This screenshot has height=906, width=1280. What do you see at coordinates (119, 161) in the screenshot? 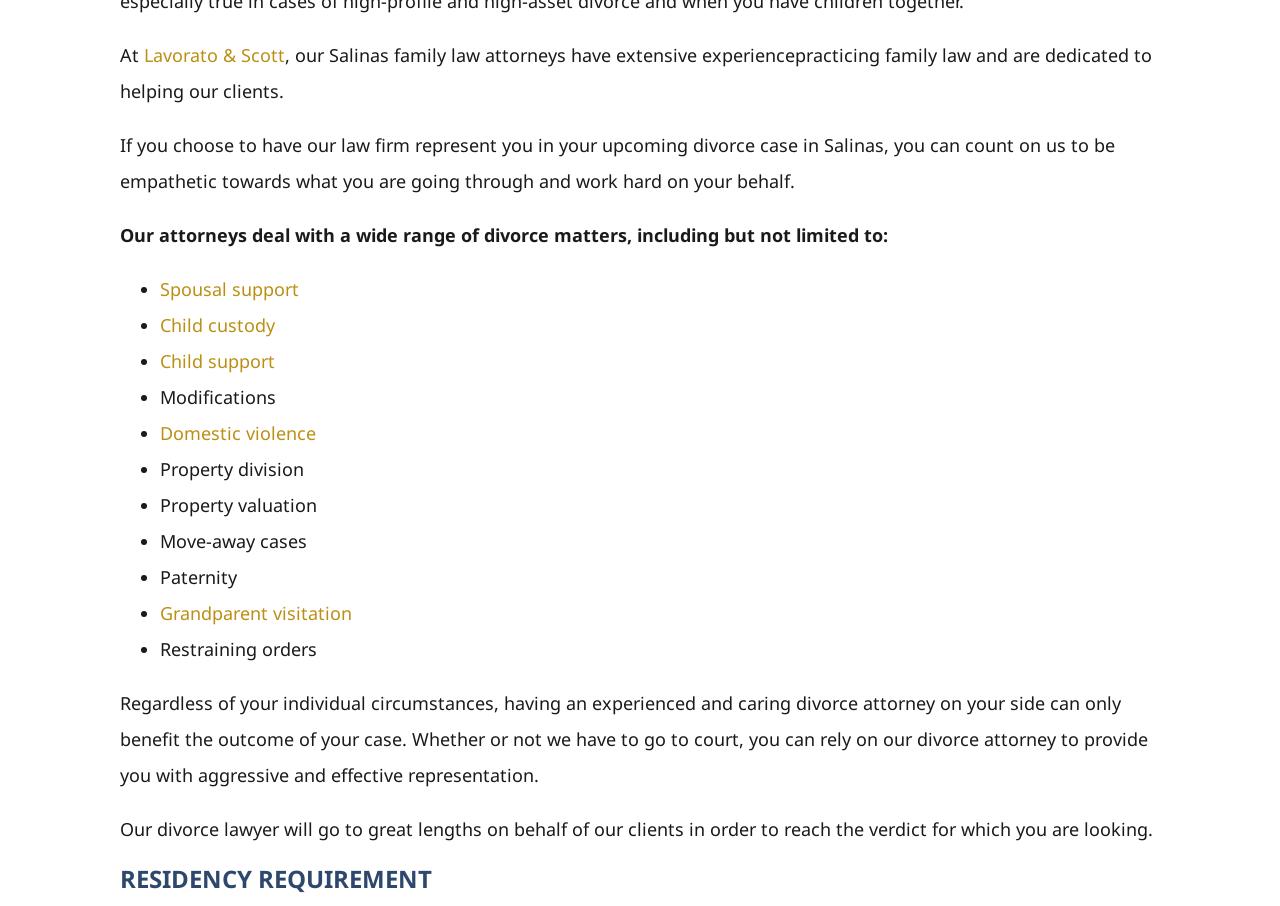
I see `'If you choose to have our law firm represent you in your upcoming divorce
	 case in Salinas, you can count on us to be empathetic towards what you
	 are going through and work hard on your behalf.'` at bounding box center [119, 161].